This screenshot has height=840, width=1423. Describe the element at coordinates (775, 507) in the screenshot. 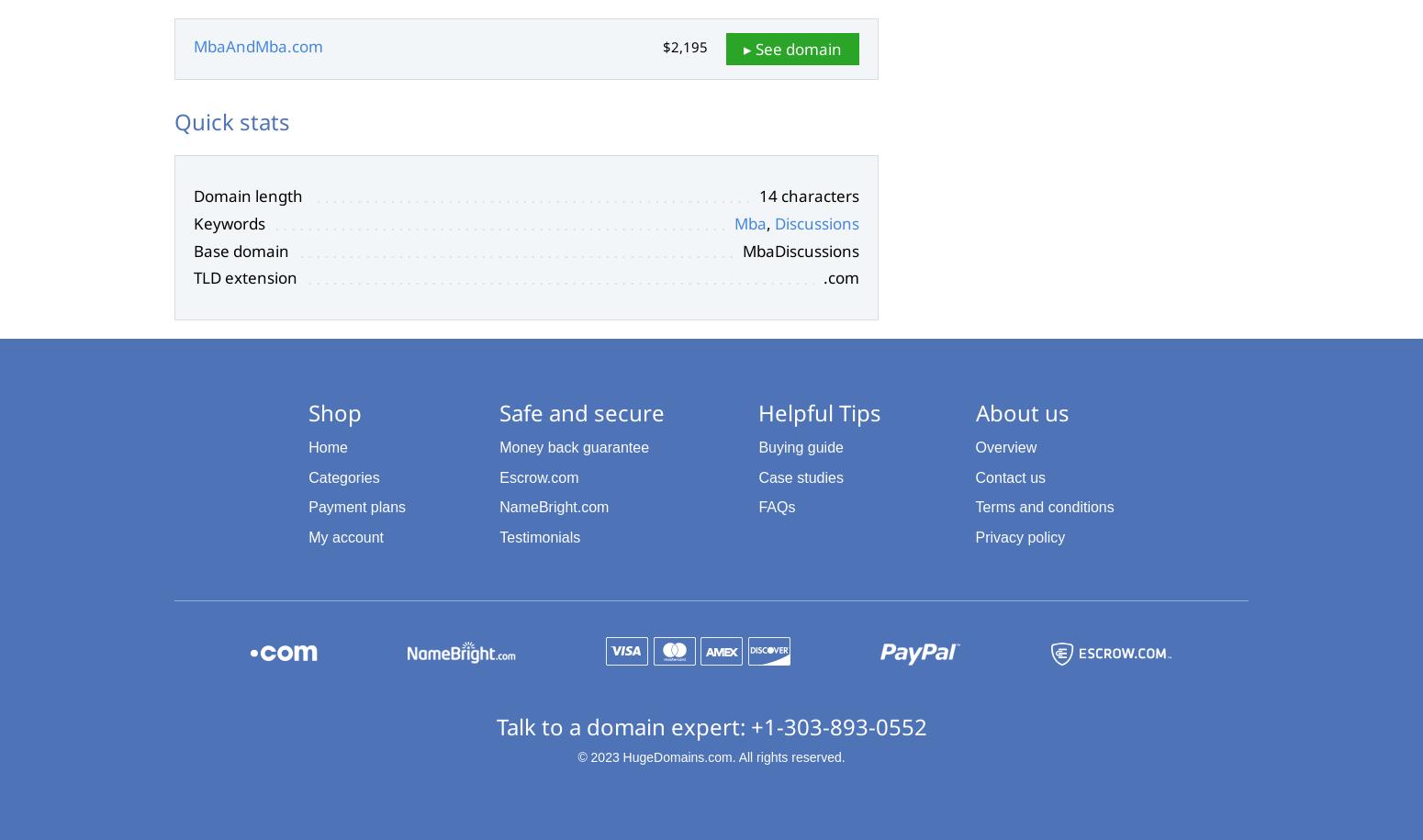

I see `'FAQs'` at that location.